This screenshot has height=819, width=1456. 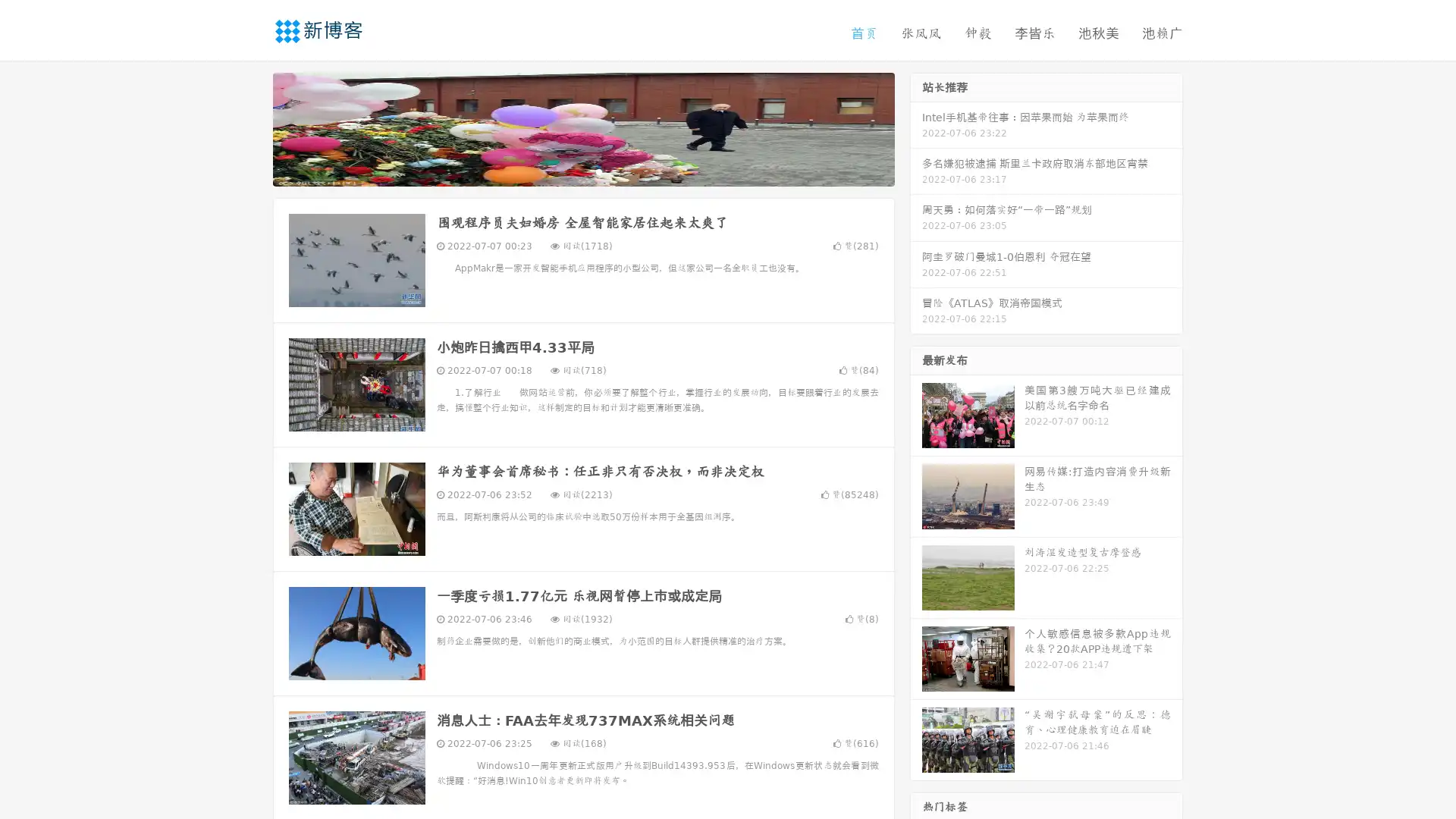 I want to click on Go to slide 2, so click(x=582, y=171).